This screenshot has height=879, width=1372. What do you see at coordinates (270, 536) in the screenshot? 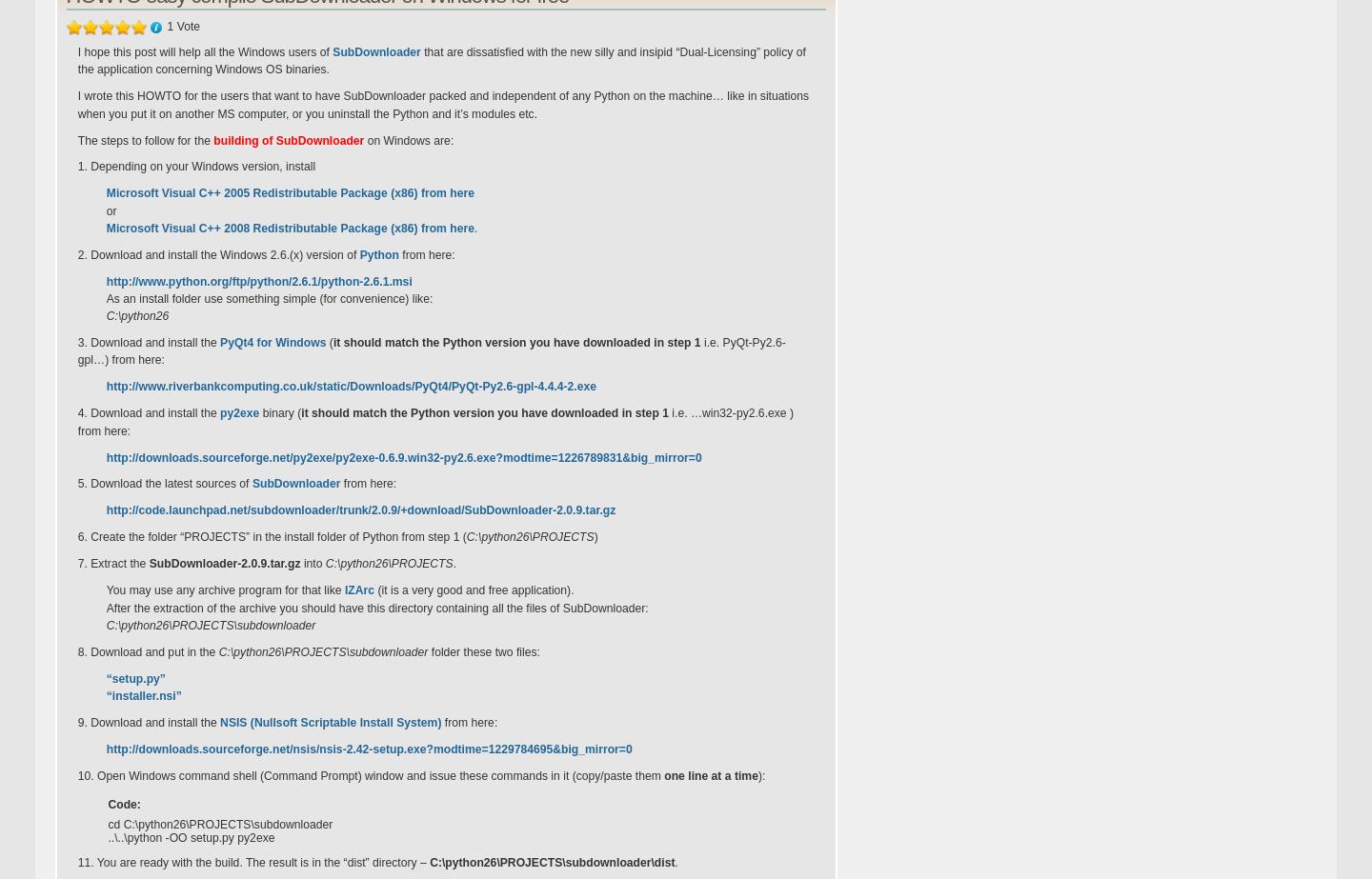
I see `'6. Create the folder “PROJECTS” in the install folder of Python from step 1 ('` at bounding box center [270, 536].